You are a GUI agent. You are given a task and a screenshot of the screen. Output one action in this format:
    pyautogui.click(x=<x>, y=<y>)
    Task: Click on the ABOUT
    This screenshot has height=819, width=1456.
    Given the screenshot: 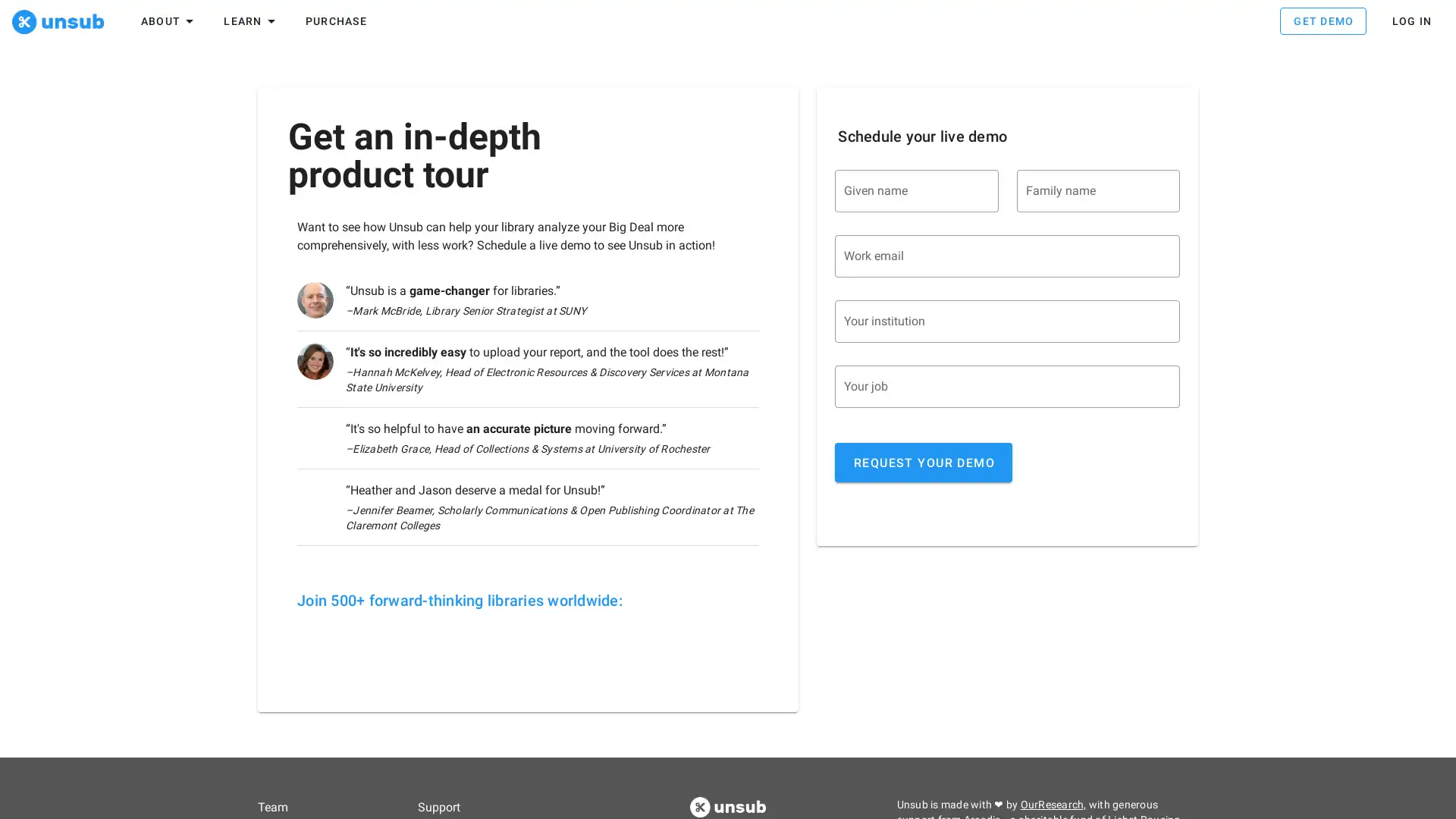 What is the action you would take?
    pyautogui.click(x=168, y=24)
    